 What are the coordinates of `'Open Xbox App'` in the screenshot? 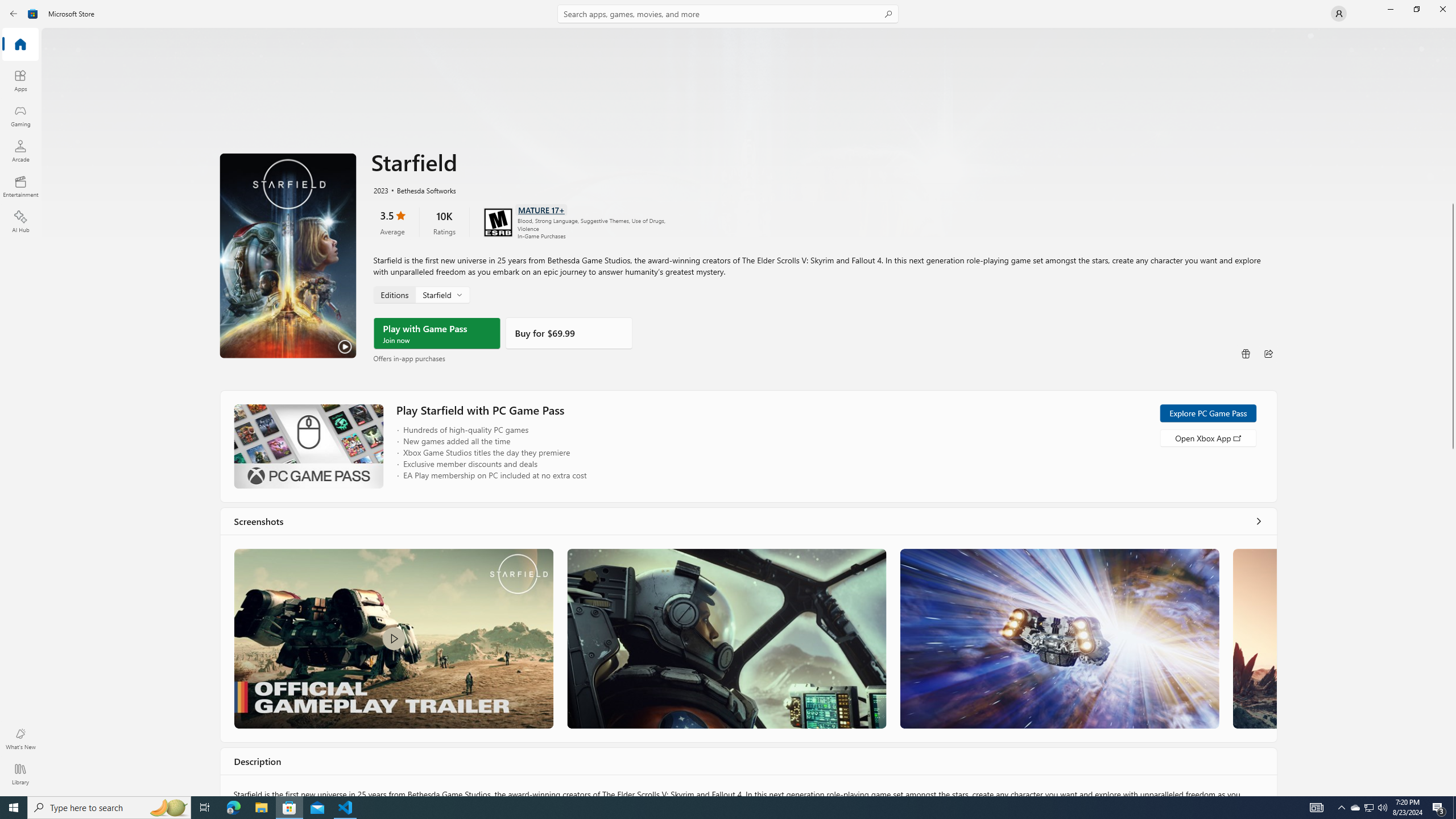 It's located at (1207, 437).